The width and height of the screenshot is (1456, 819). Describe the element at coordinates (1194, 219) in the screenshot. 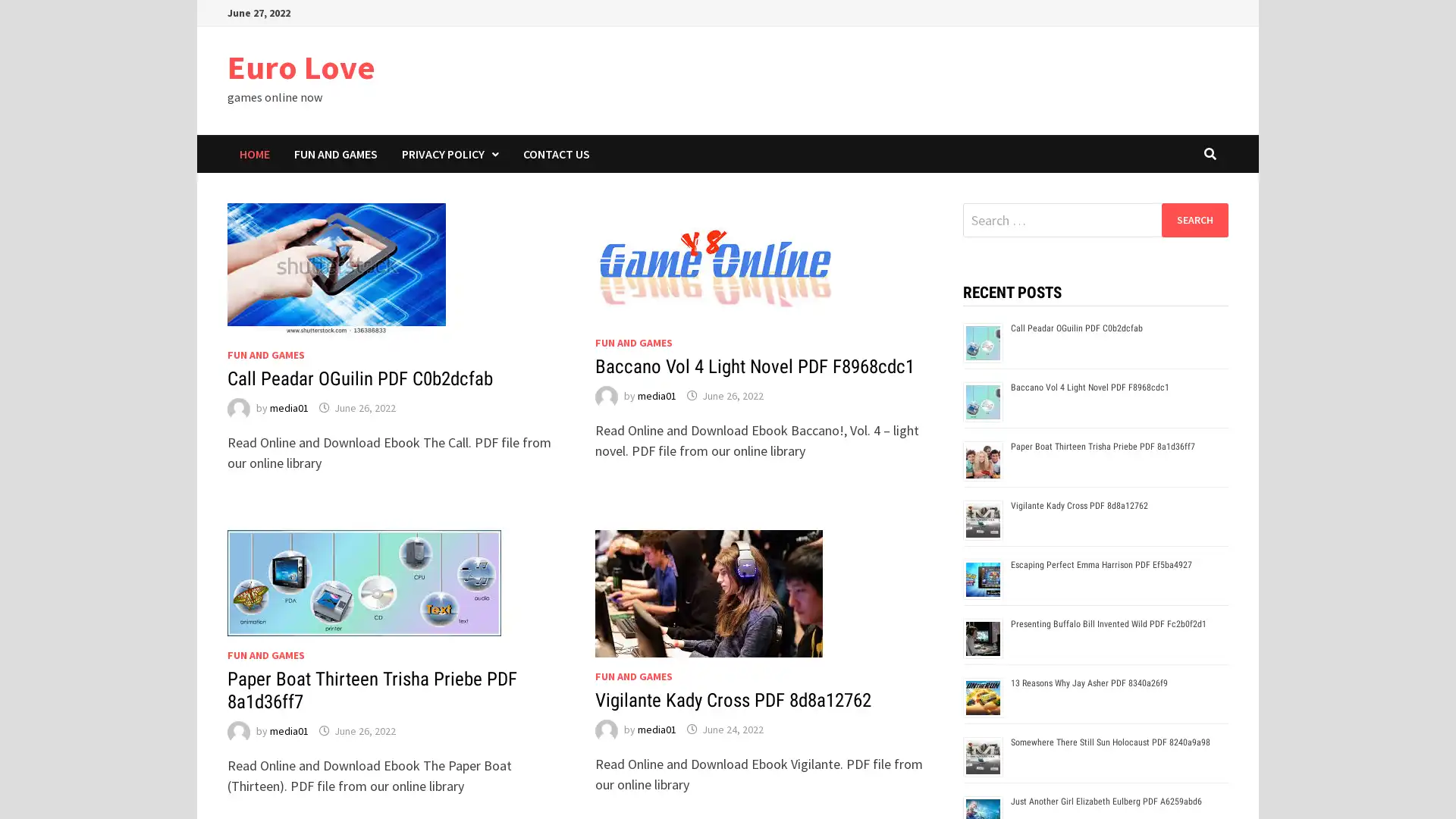

I see `Search` at that location.